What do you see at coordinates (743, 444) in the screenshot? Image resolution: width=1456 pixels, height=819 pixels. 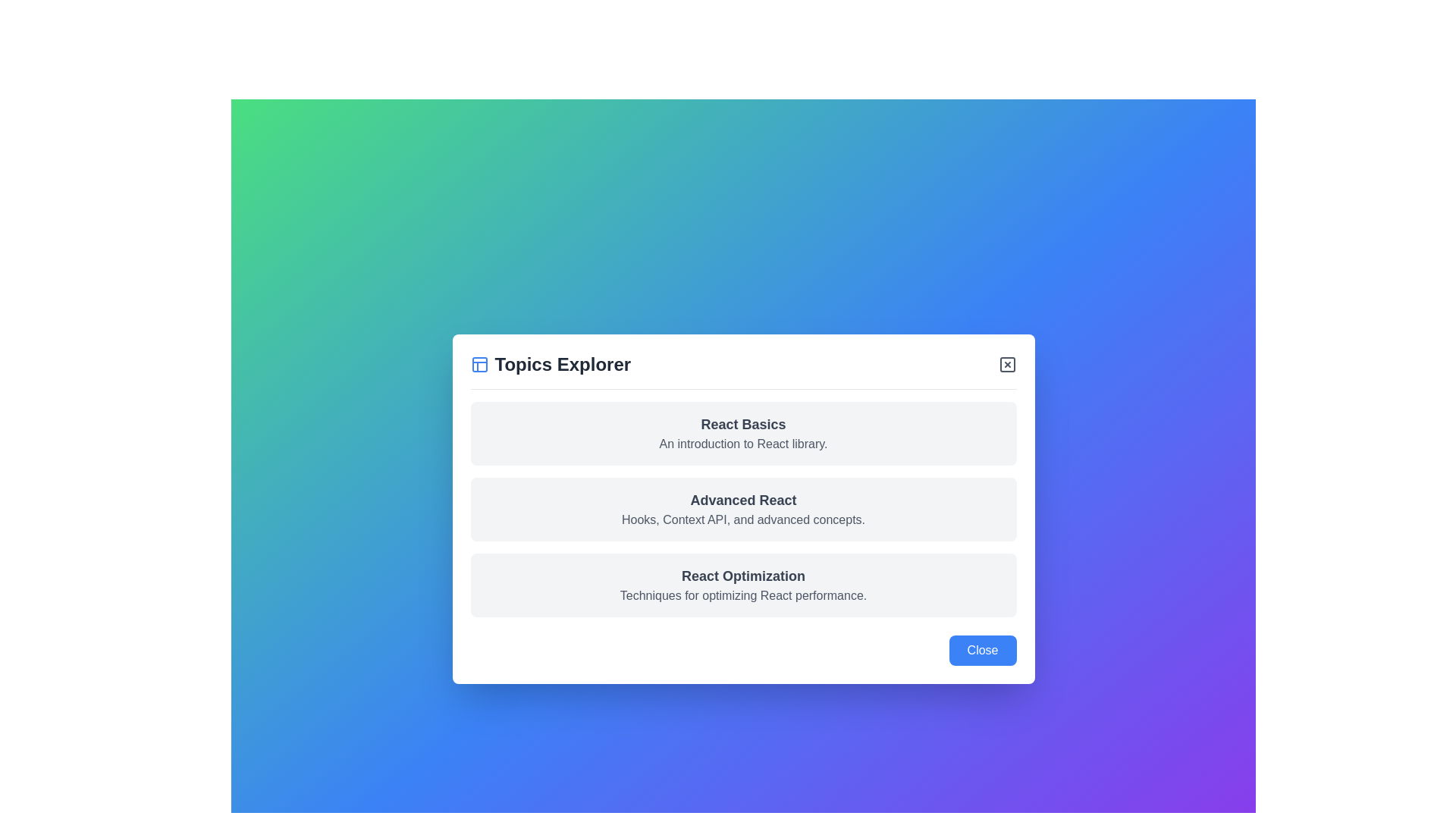 I see `text element that serves as a brief description or subtitle for the topic 'React Basics', positioned beneath the heading in the modal interface` at bounding box center [743, 444].